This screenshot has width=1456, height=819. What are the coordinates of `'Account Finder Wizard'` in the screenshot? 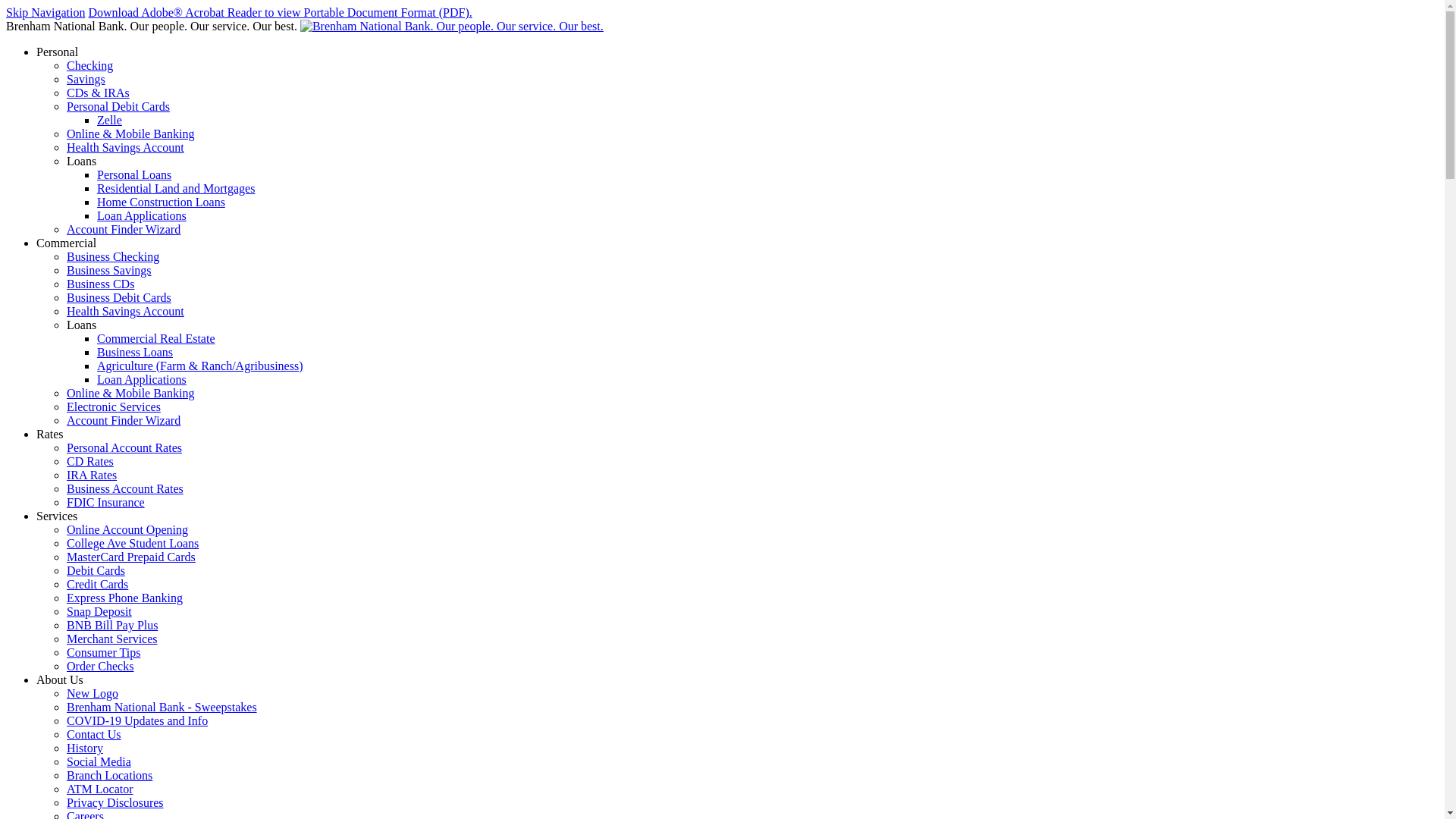 It's located at (124, 420).